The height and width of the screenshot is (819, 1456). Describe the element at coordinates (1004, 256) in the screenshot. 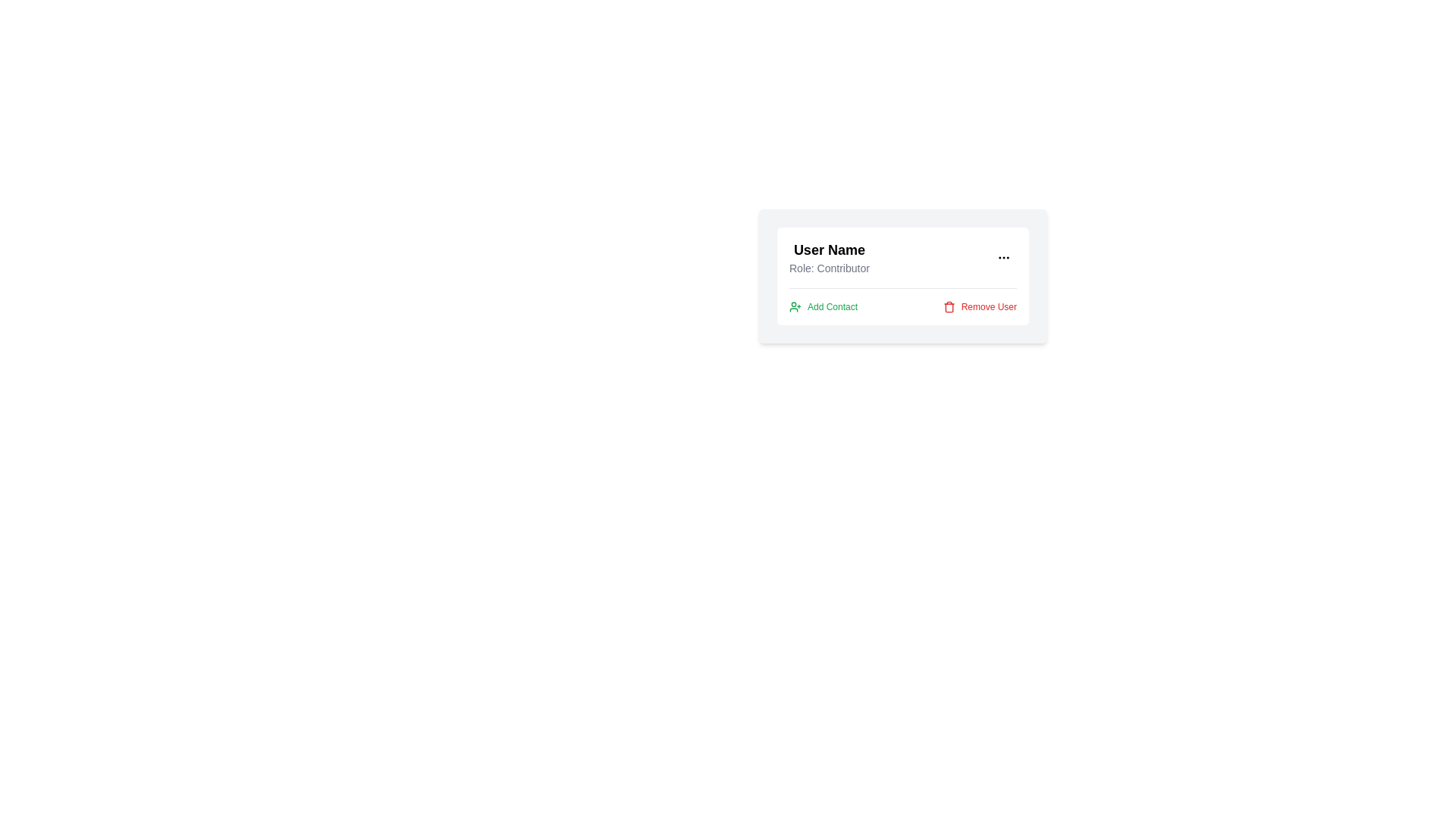

I see `the horizontal ellipsis icon located at the top-right corner of the user information card` at that location.